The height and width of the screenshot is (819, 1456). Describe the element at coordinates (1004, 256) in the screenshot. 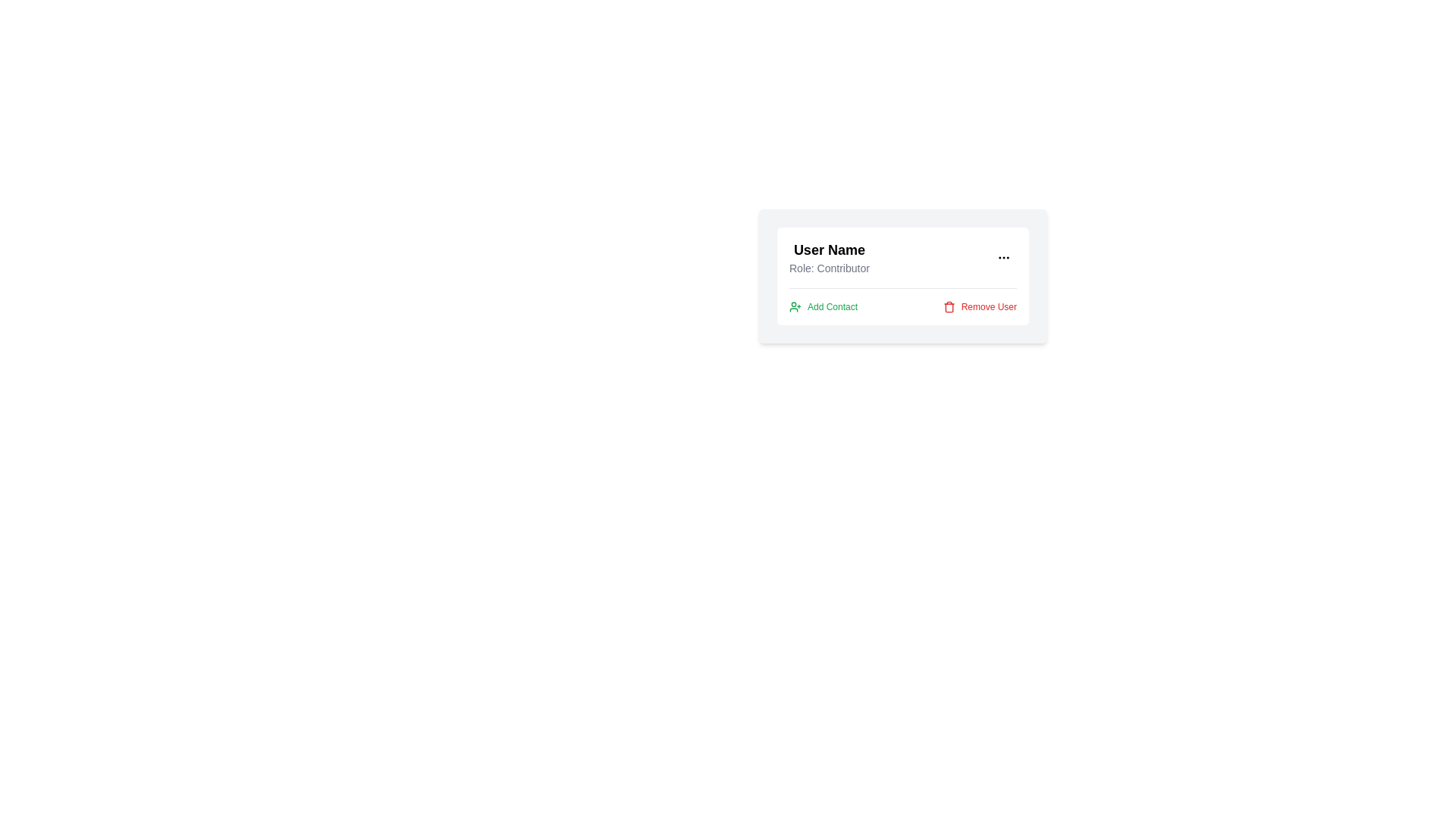

I see `the horizontal ellipsis icon located at the top-right corner of the user information card` at that location.